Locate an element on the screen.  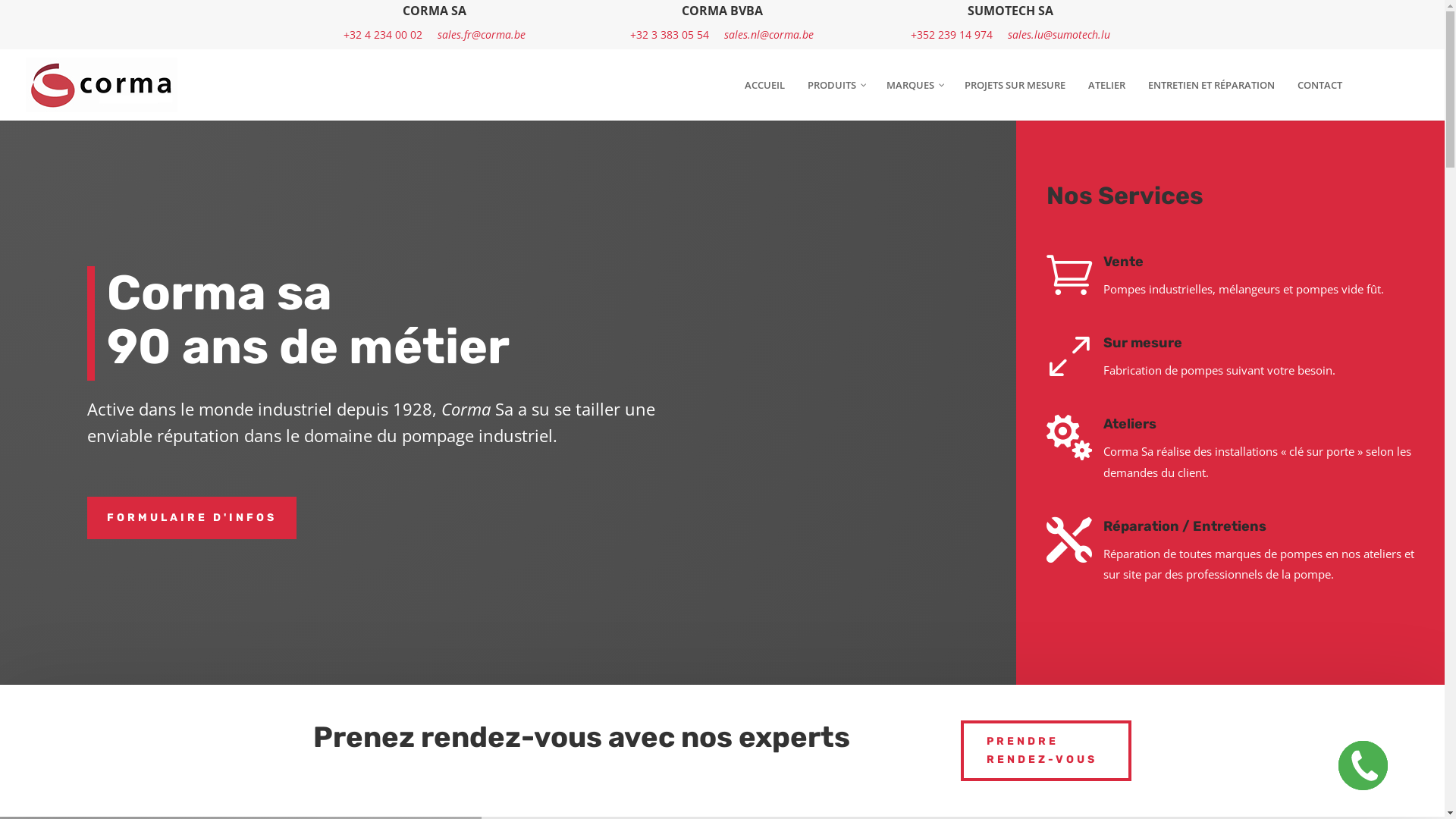
'ACCUEIL' is located at coordinates (764, 97).